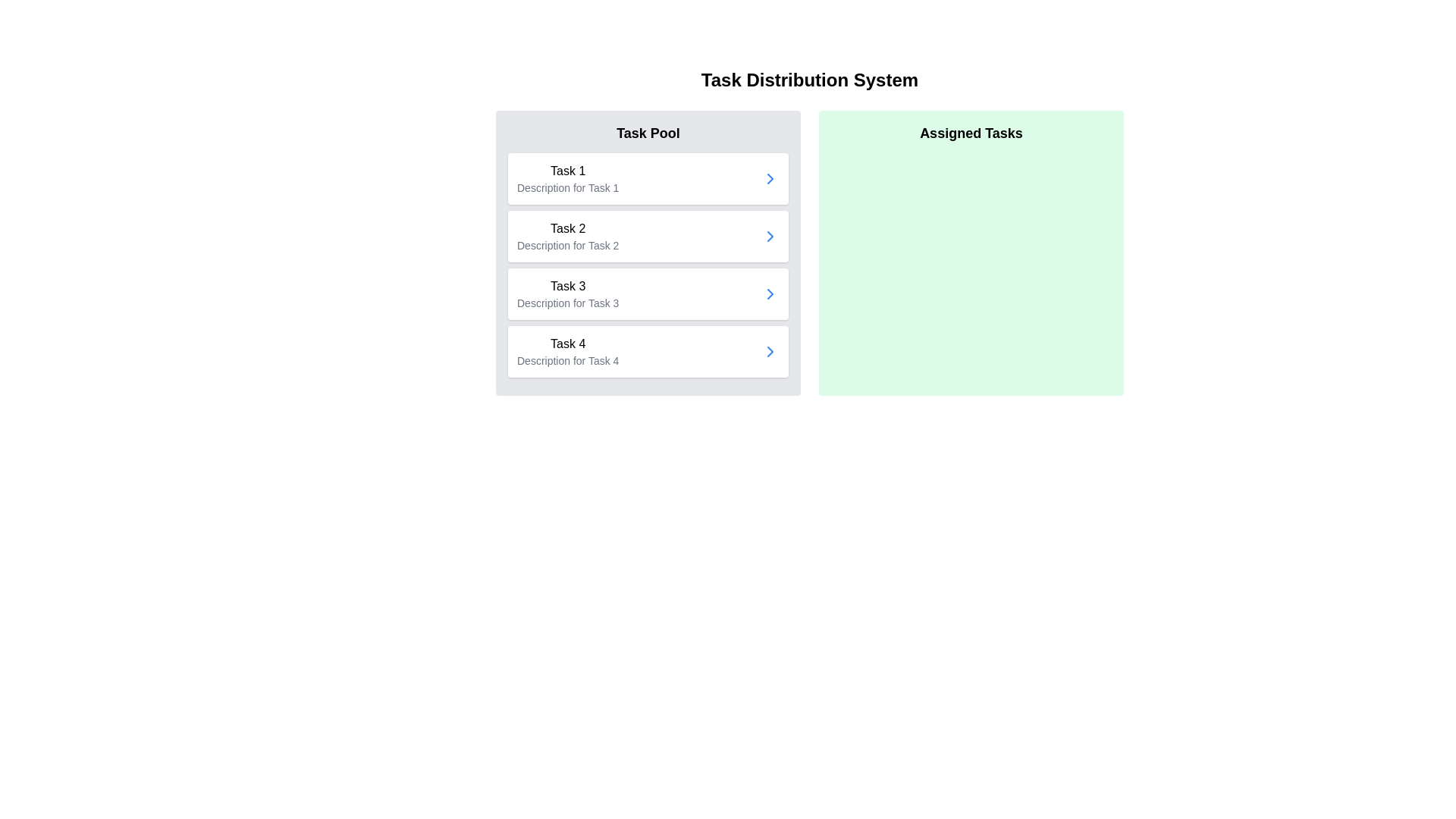 The height and width of the screenshot is (819, 1456). Describe the element at coordinates (648, 294) in the screenshot. I see `the third Task Card in the Task Pool` at that location.